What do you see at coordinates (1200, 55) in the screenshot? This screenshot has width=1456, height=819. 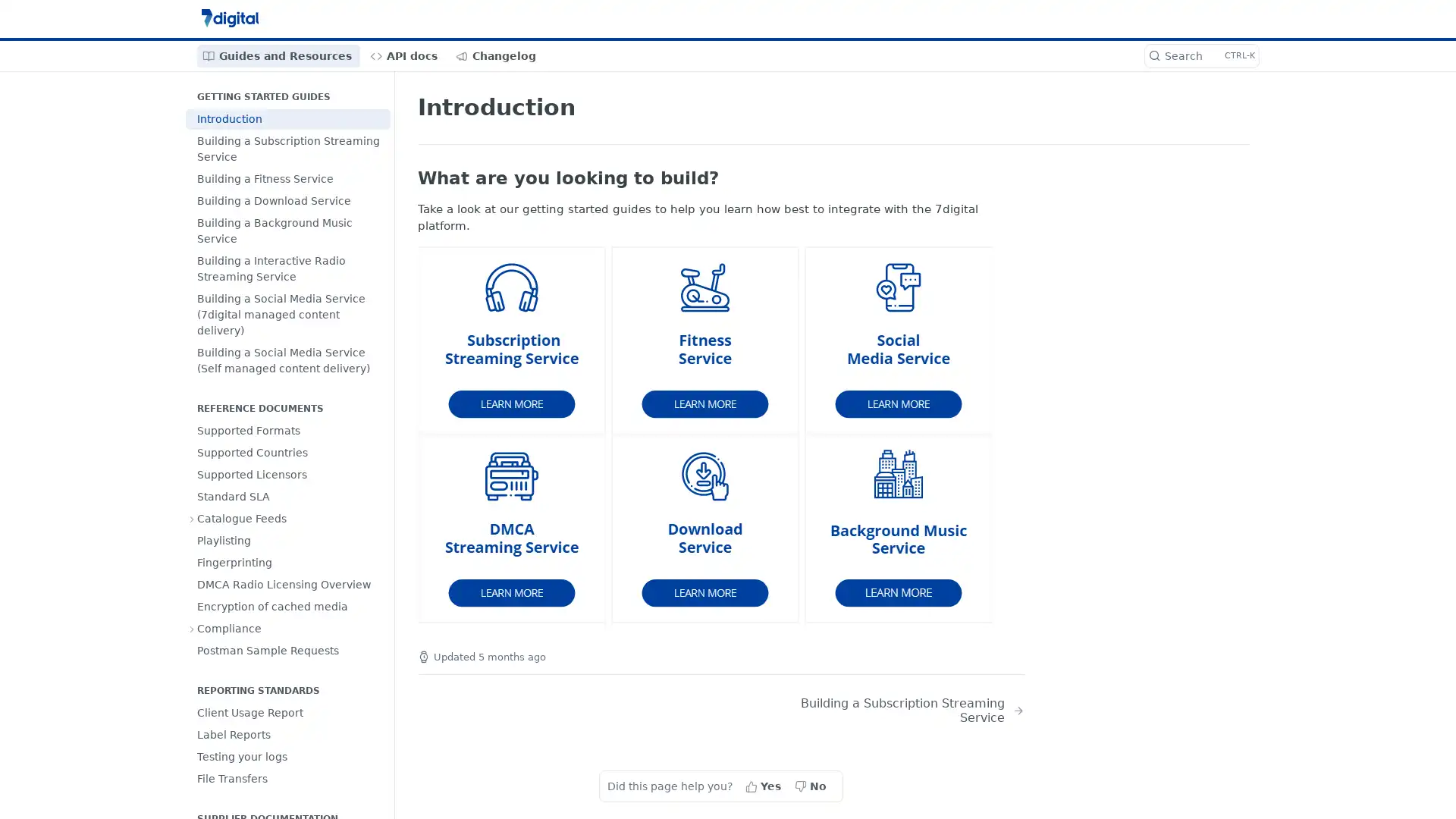 I see `Search` at bounding box center [1200, 55].